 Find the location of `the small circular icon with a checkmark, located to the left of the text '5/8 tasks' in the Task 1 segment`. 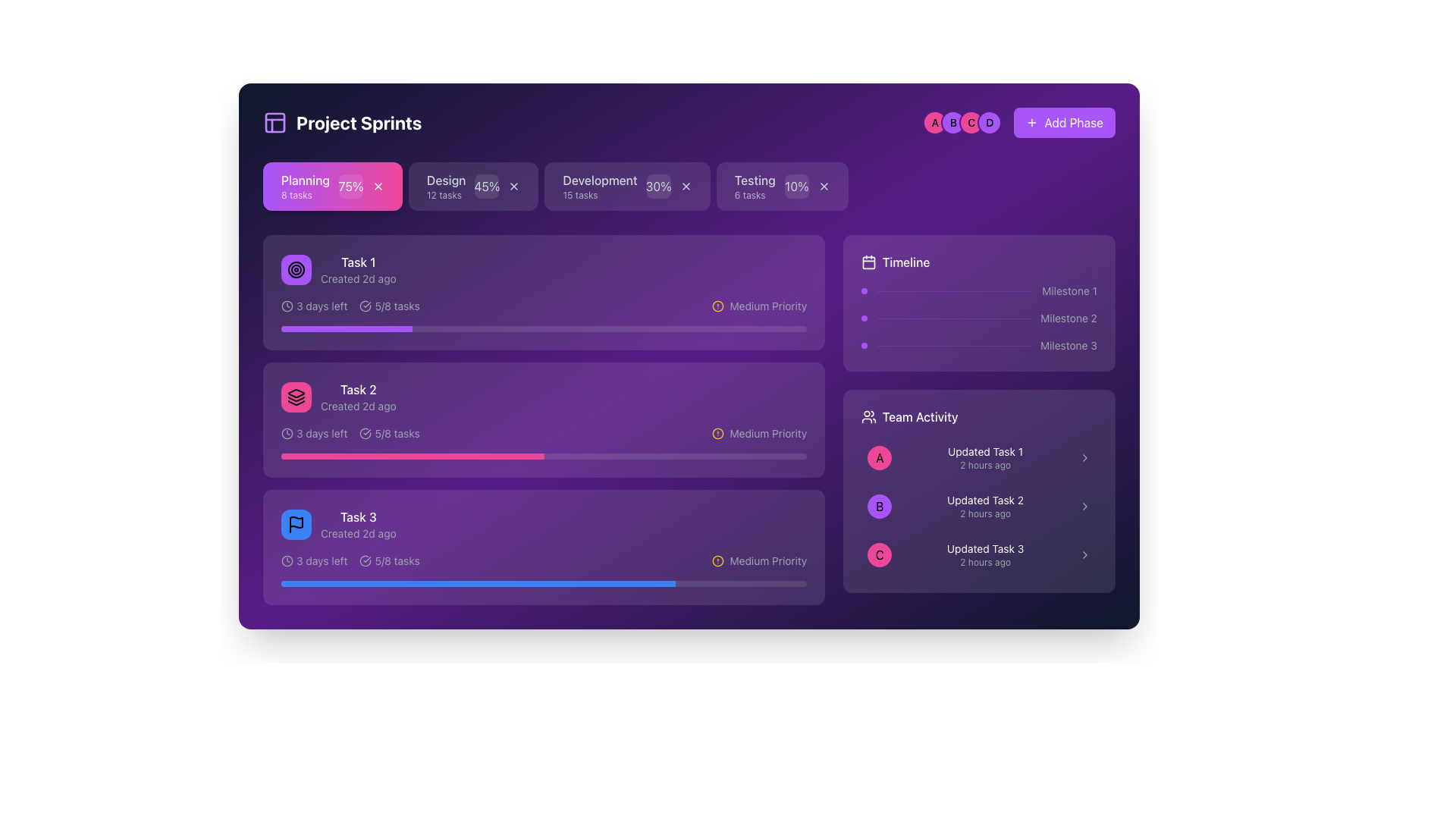

the small circular icon with a checkmark, located to the left of the text '5/8 tasks' in the Task 1 segment is located at coordinates (366, 306).